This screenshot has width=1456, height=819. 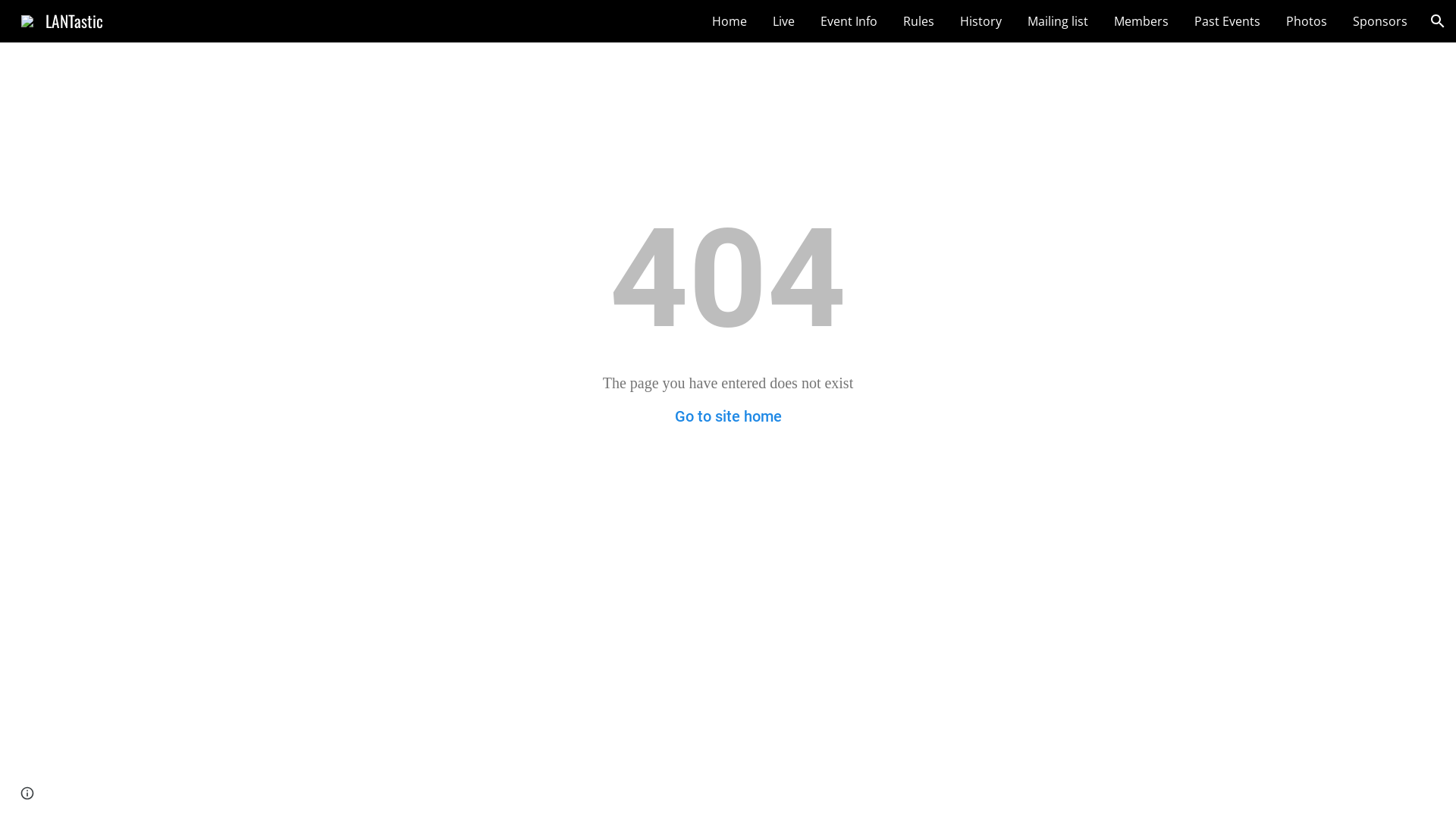 I want to click on 'Mailing list', so click(x=1057, y=20).